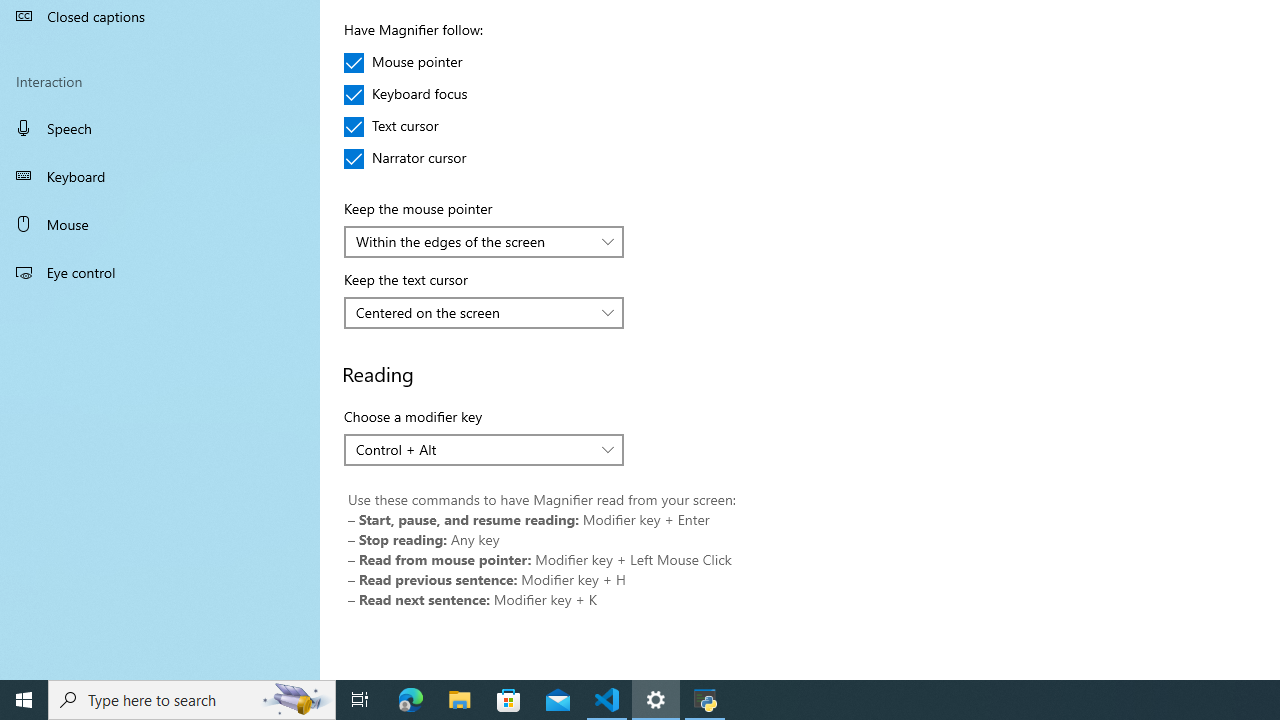  Describe the element at coordinates (160, 127) in the screenshot. I see `'Speech'` at that location.